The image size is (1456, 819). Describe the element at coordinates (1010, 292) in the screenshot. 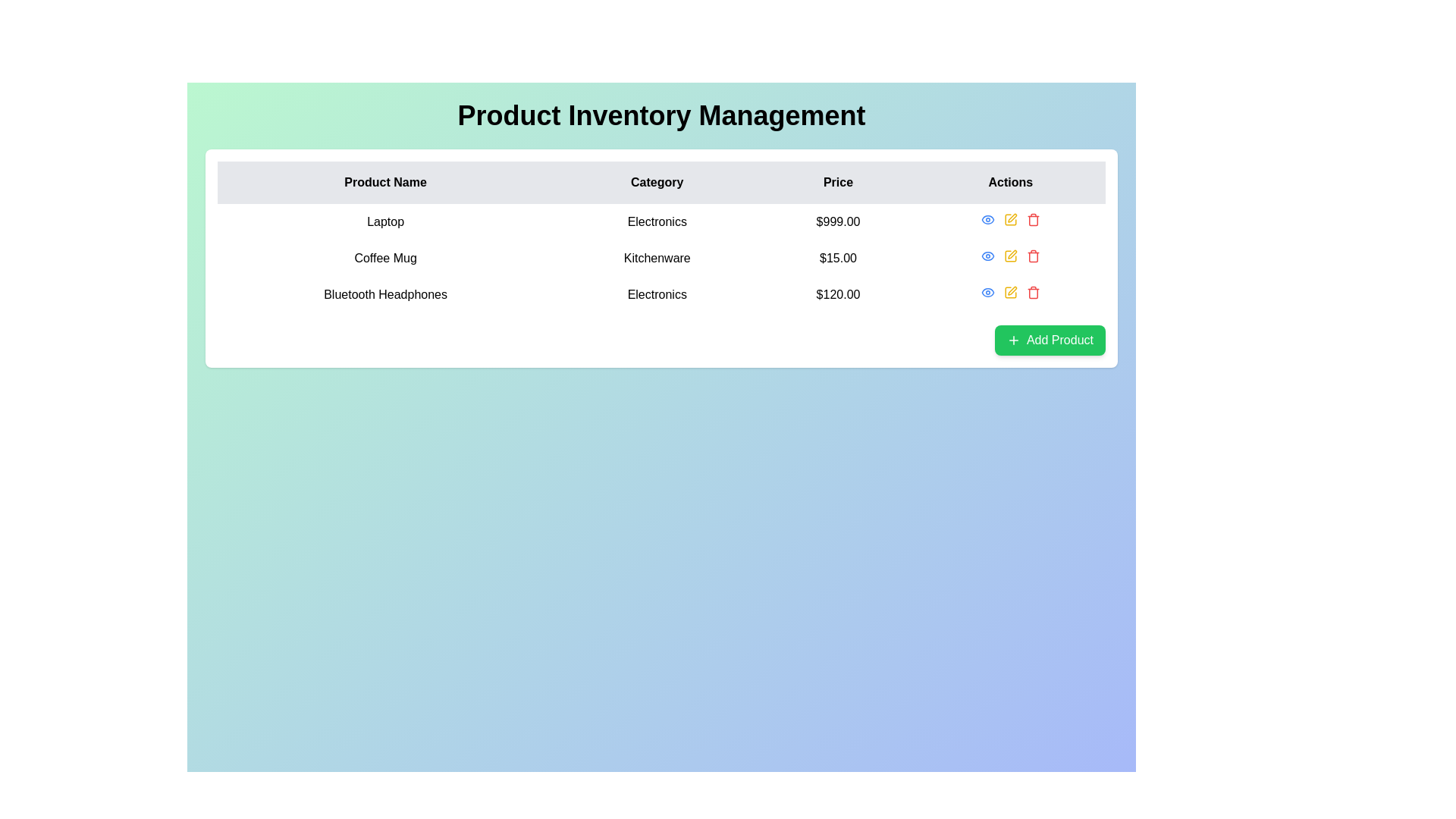

I see `the yellow square icon with a pen overlay in the 'Actions' column of the table, specifically in the third row for 'Bluetooth Headphones', to initiate editing of the corresponding item` at that location.